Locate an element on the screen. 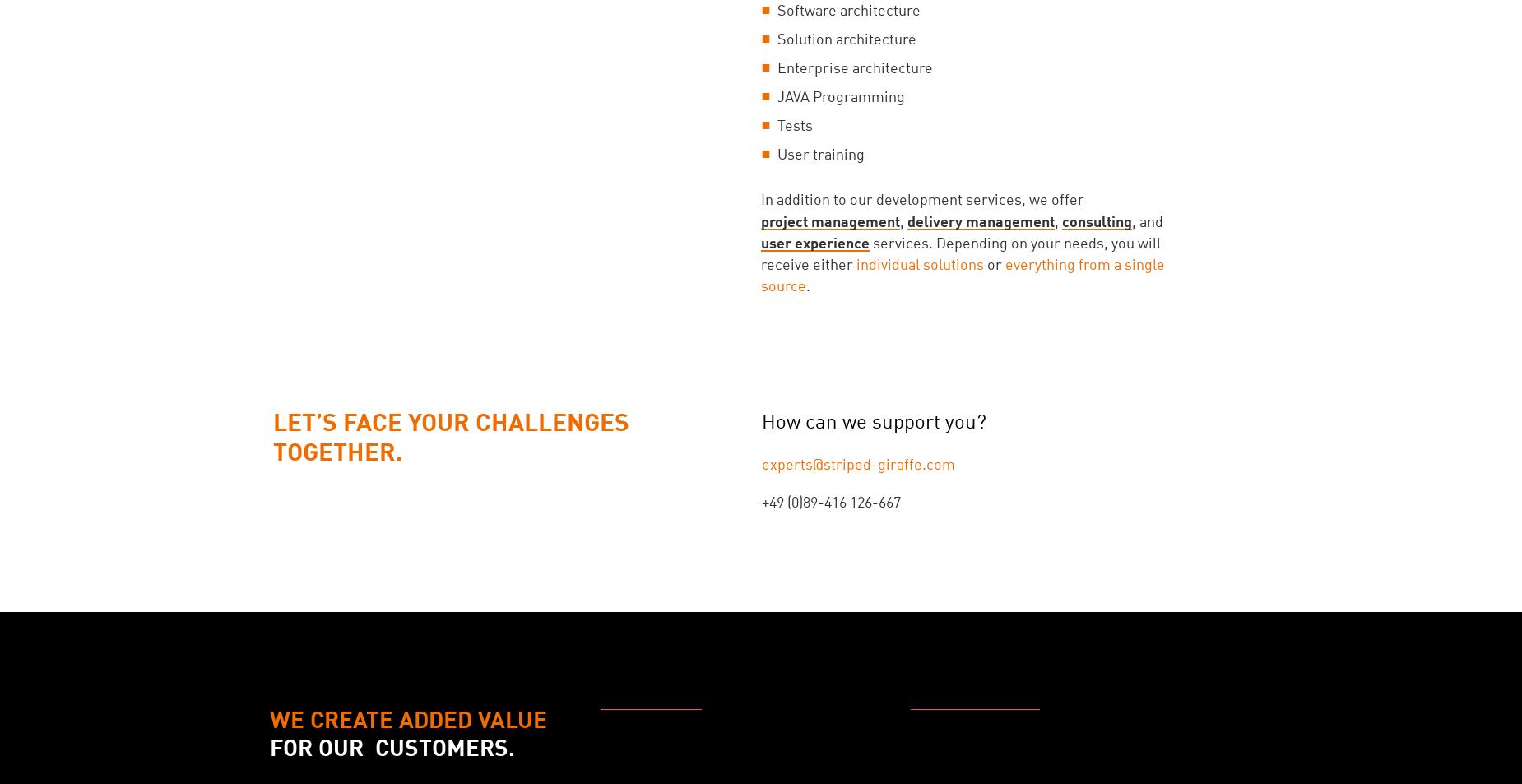 The image size is (1522, 784). '+49 (0)89-416 126-667' is located at coordinates (829, 502).